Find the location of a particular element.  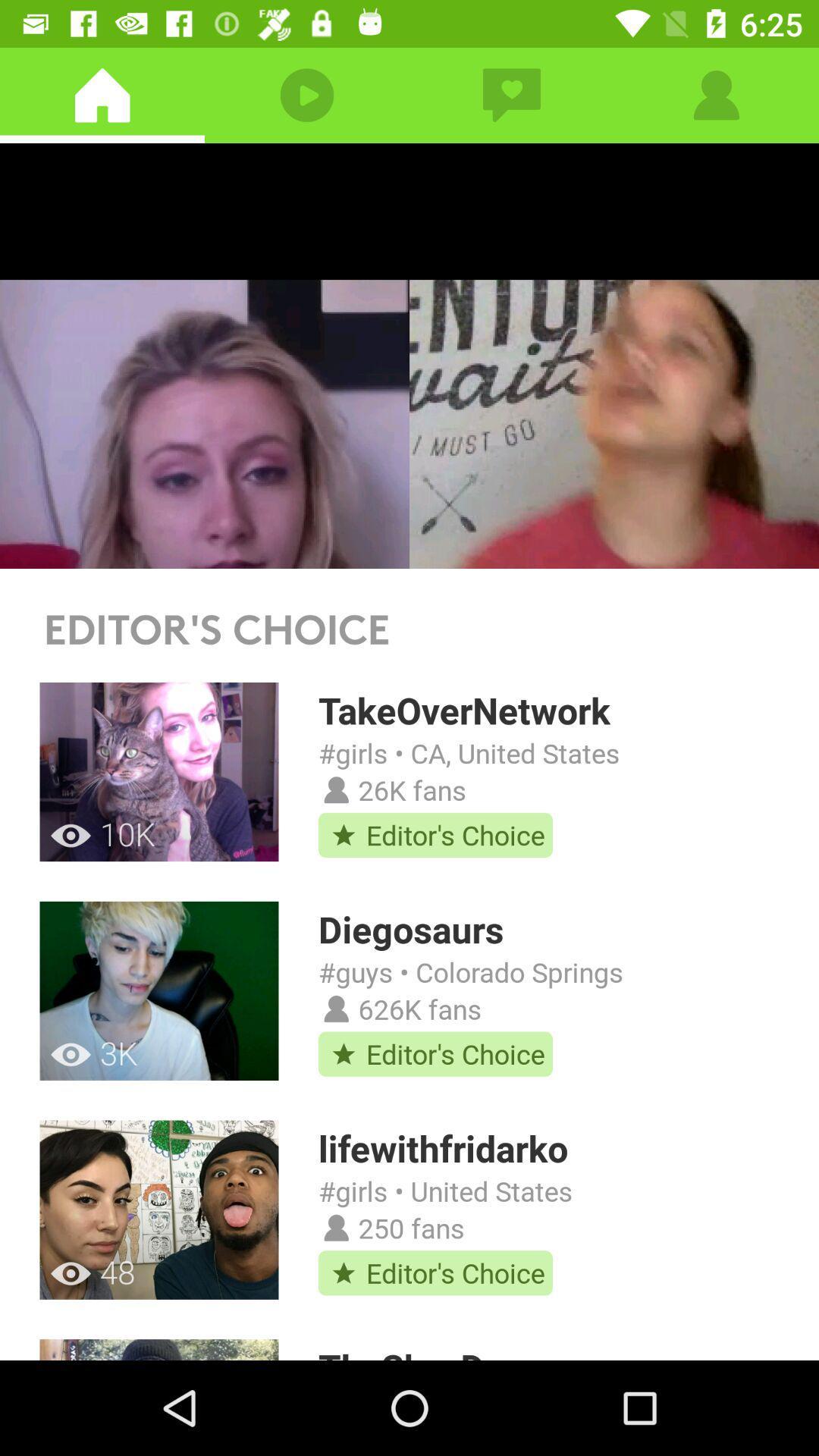

video is located at coordinates (409, 355).